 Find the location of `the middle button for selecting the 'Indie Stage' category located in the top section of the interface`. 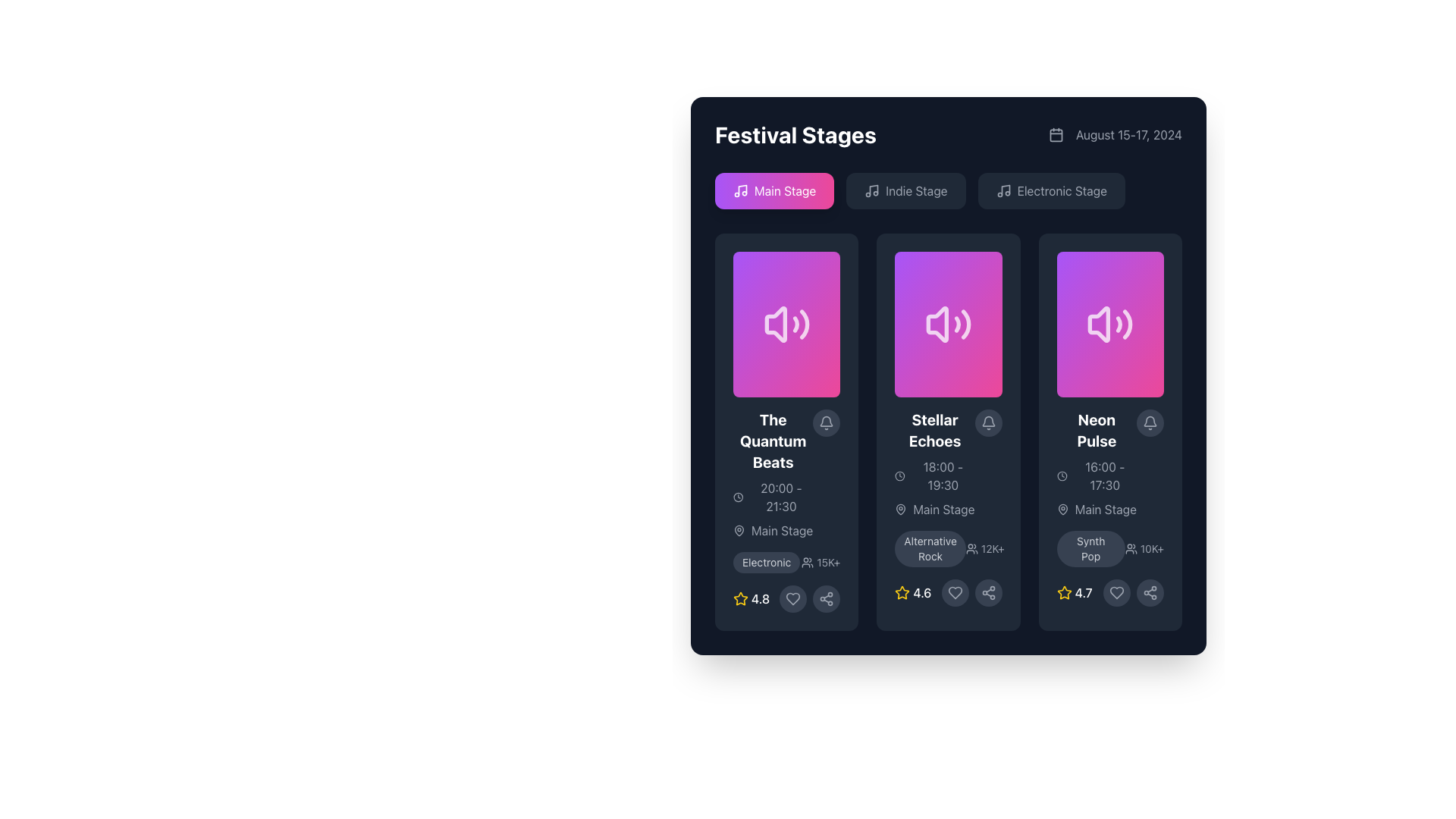

the middle button for selecting the 'Indie Stage' category located in the top section of the interface is located at coordinates (948, 190).